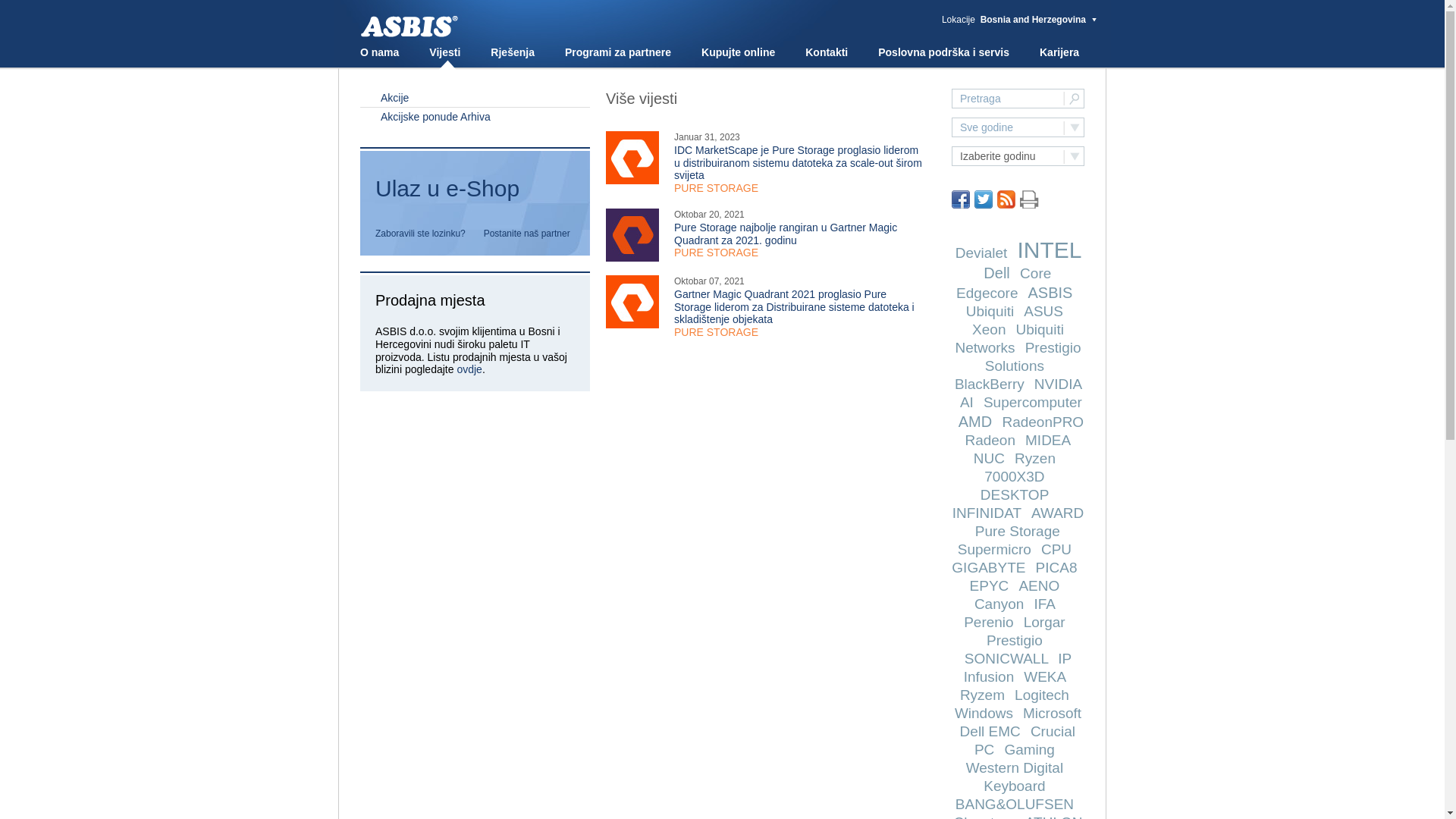  What do you see at coordinates (1041, 422) in the screenshot?
I see `'RadeonPRO'` at bounding box center [1041, 422].